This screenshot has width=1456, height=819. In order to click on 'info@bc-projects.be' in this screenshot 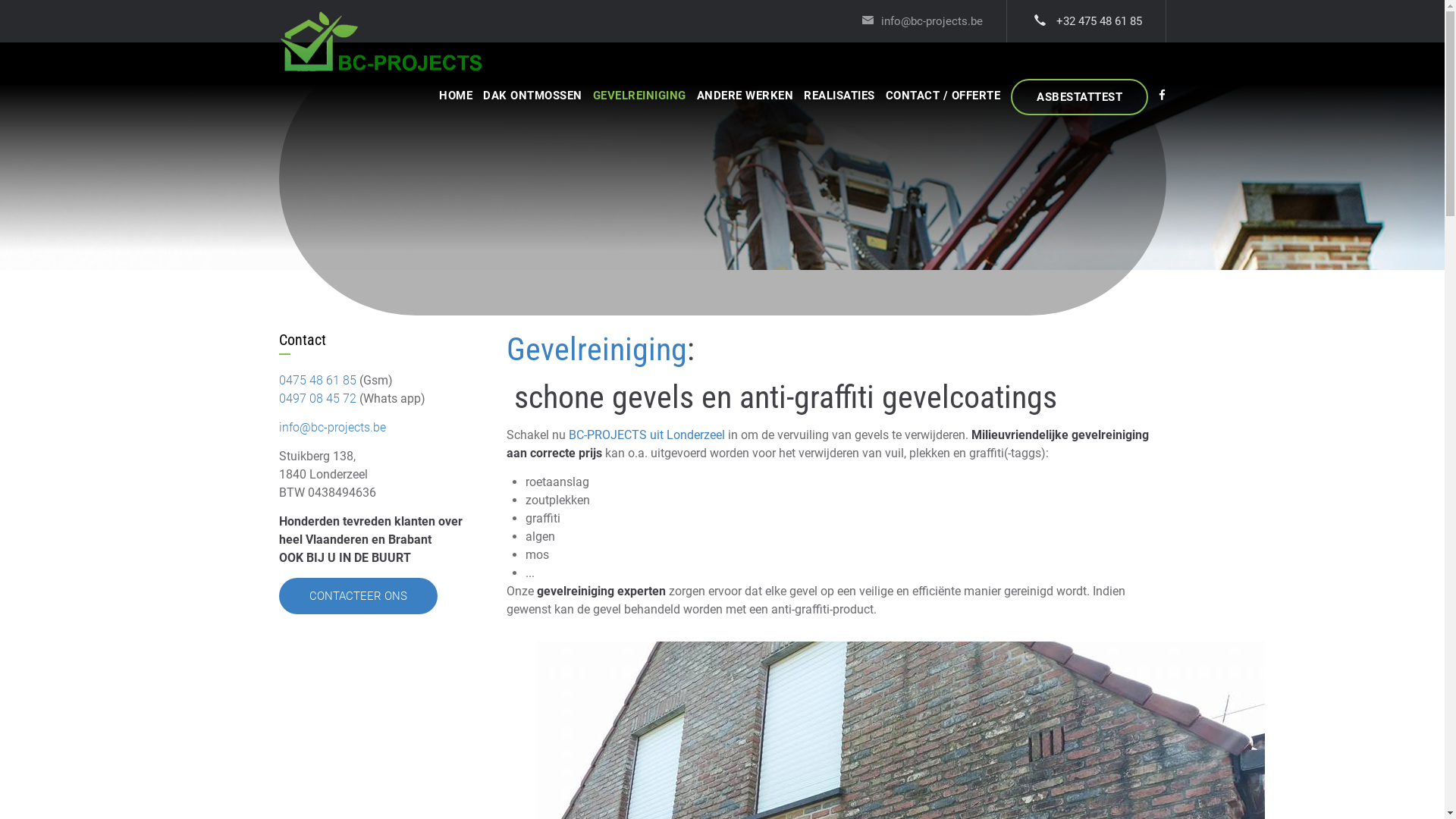, I will do `click(921, 20)`.